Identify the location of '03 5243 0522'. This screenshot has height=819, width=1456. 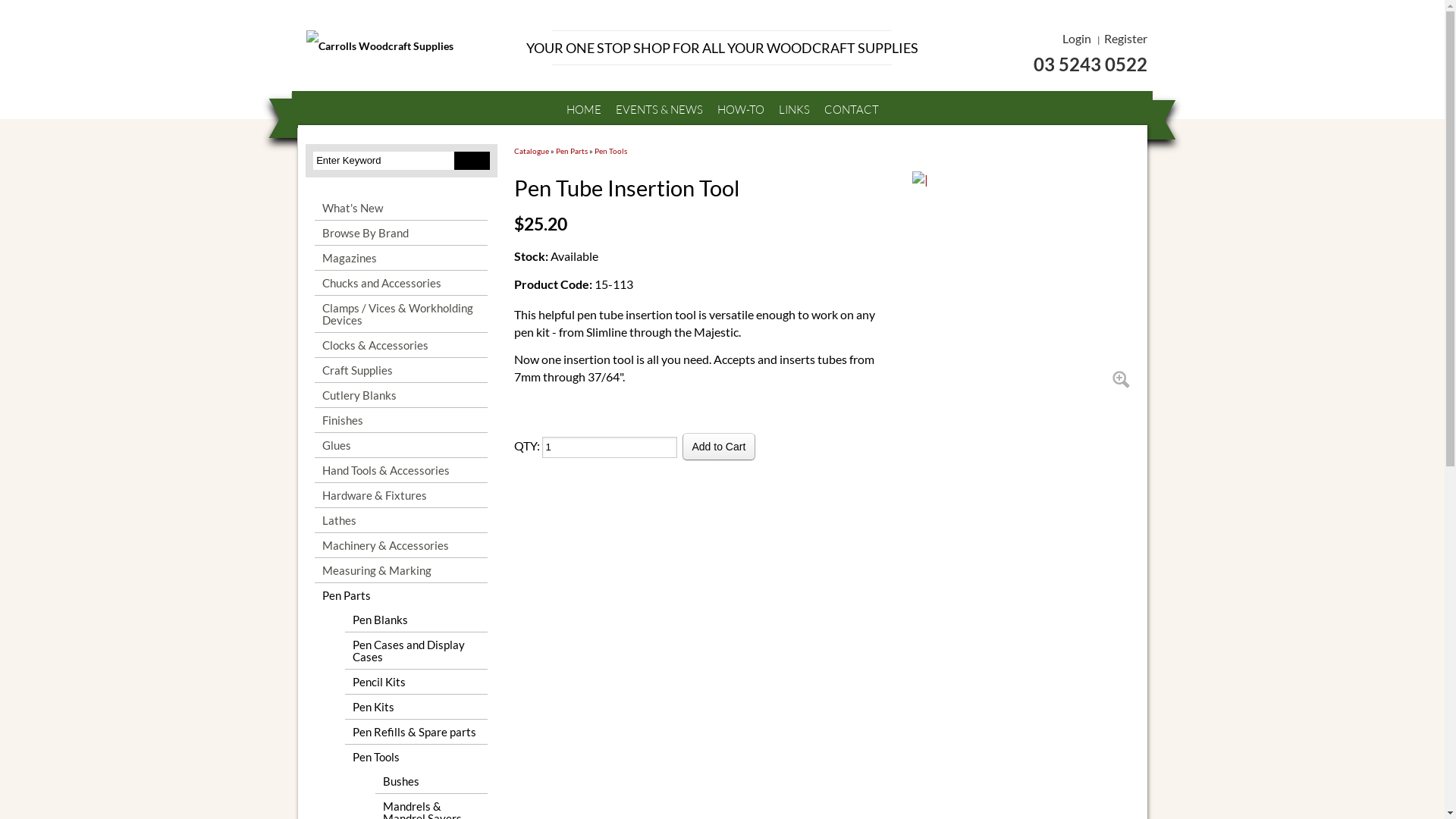
(1040, 63).